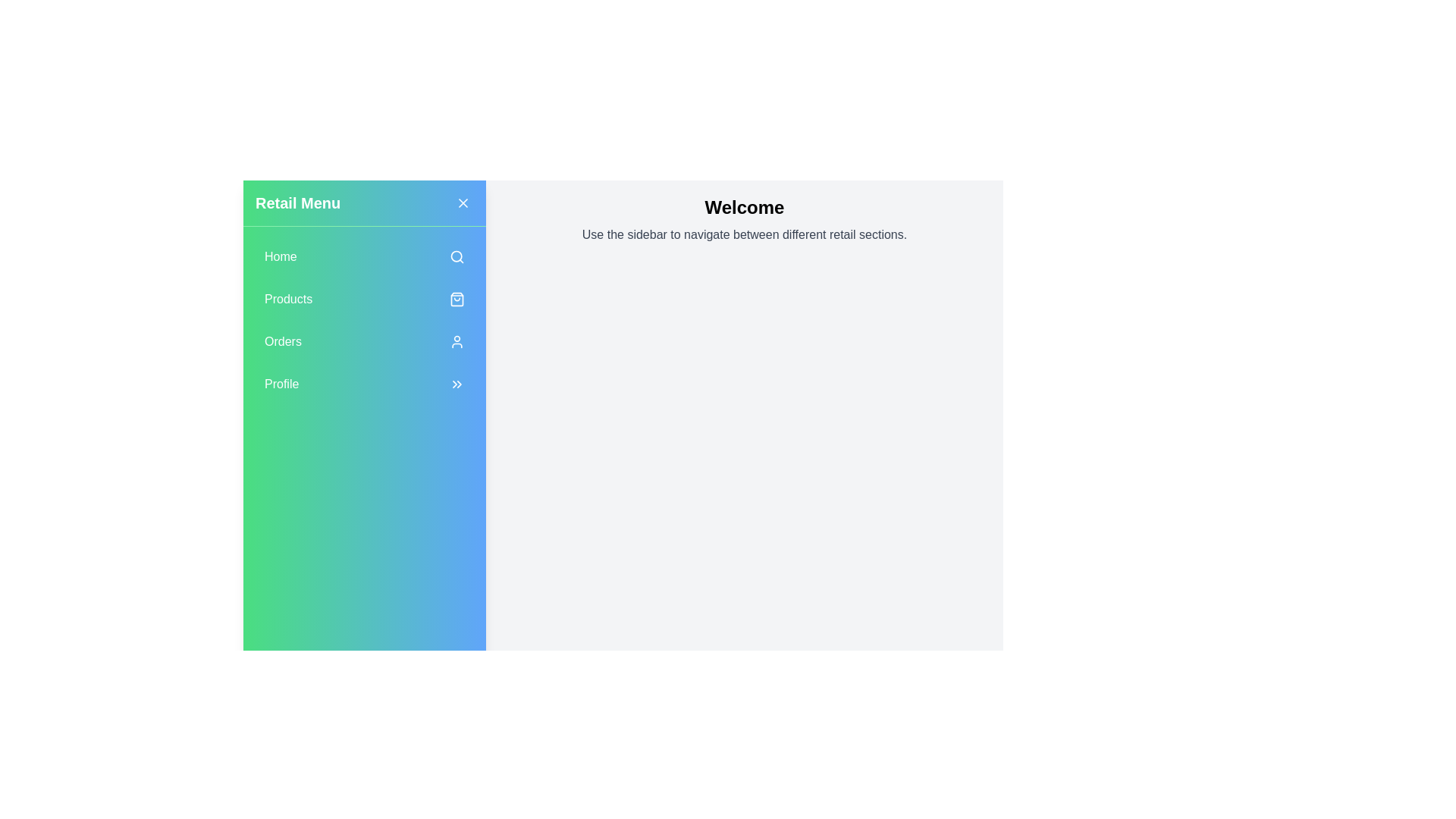 The image size is (1456, 819). Describe the element at coordinates (457, 383) in the screenshot. I see `the right-pointing double chevron icon, which is rendered in white on a blue background, located to the far right of the 'Profile' text in the sidebar menu` at that location.